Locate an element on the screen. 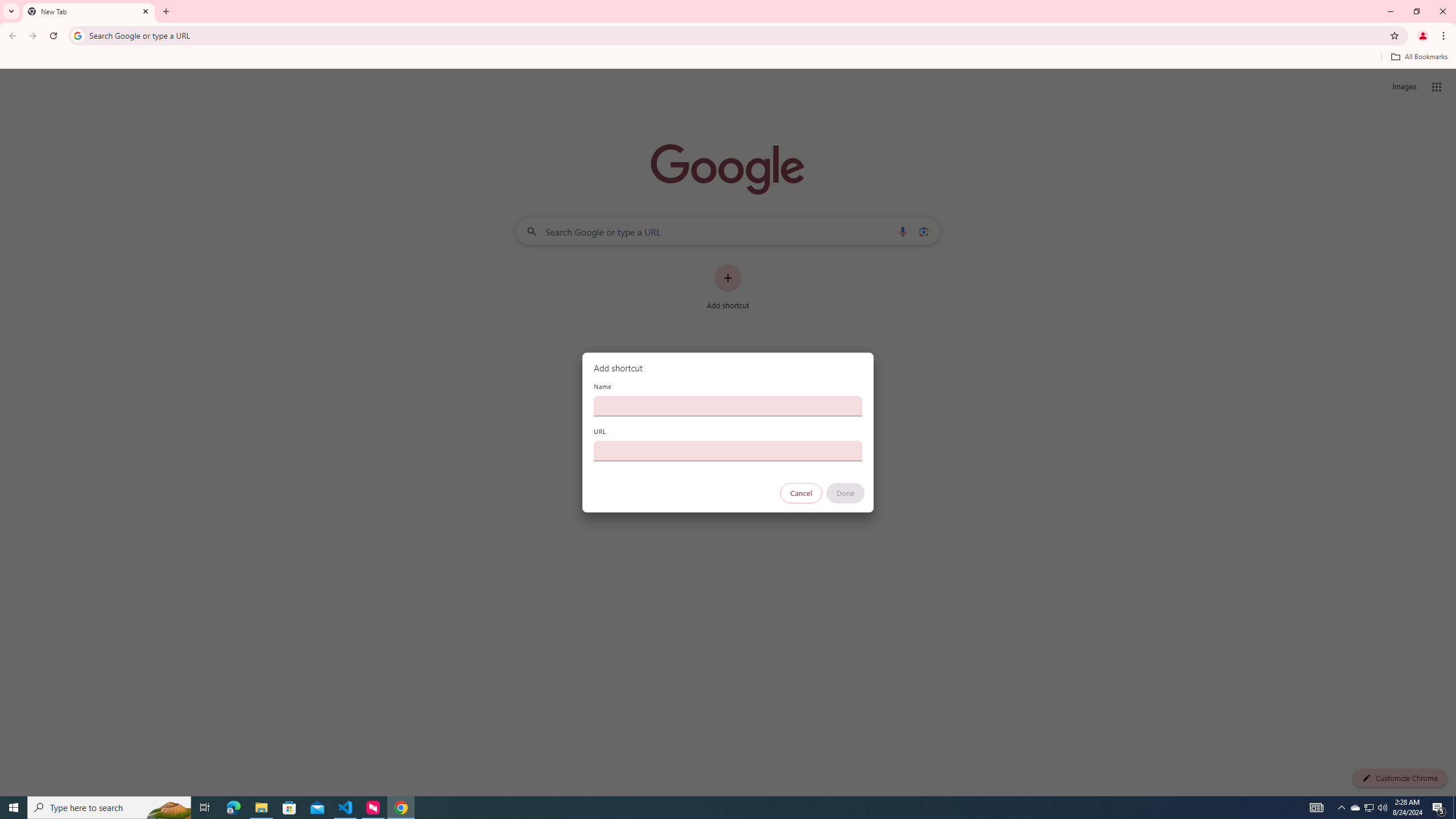  'New Tab' is located at coordinates (88, 11).